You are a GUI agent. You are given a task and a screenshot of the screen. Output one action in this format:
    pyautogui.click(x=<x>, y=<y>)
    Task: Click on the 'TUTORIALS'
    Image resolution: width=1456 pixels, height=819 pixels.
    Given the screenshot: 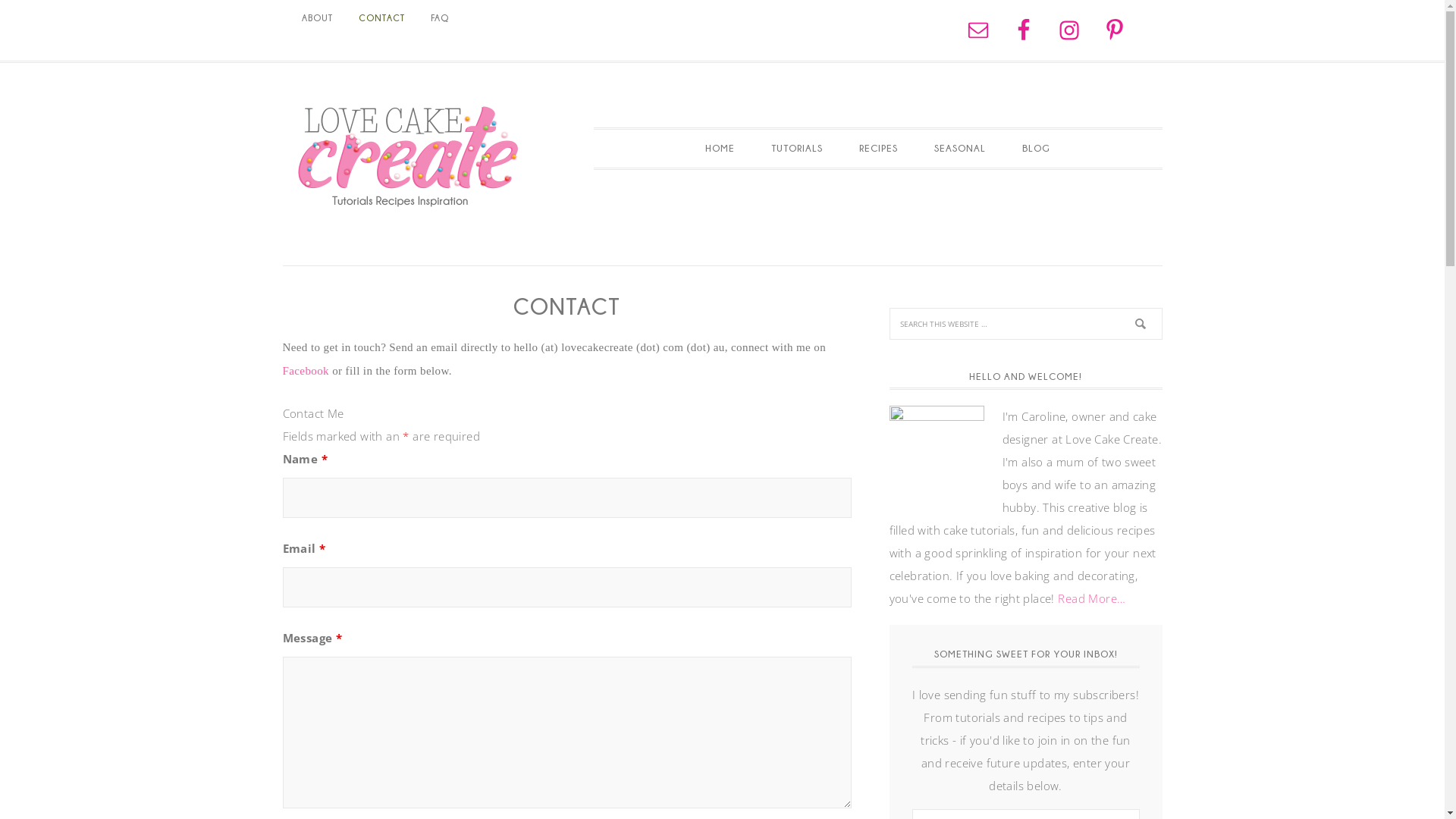 What is the action you would take?
    pyautogui.click(x=796, y=149)
    